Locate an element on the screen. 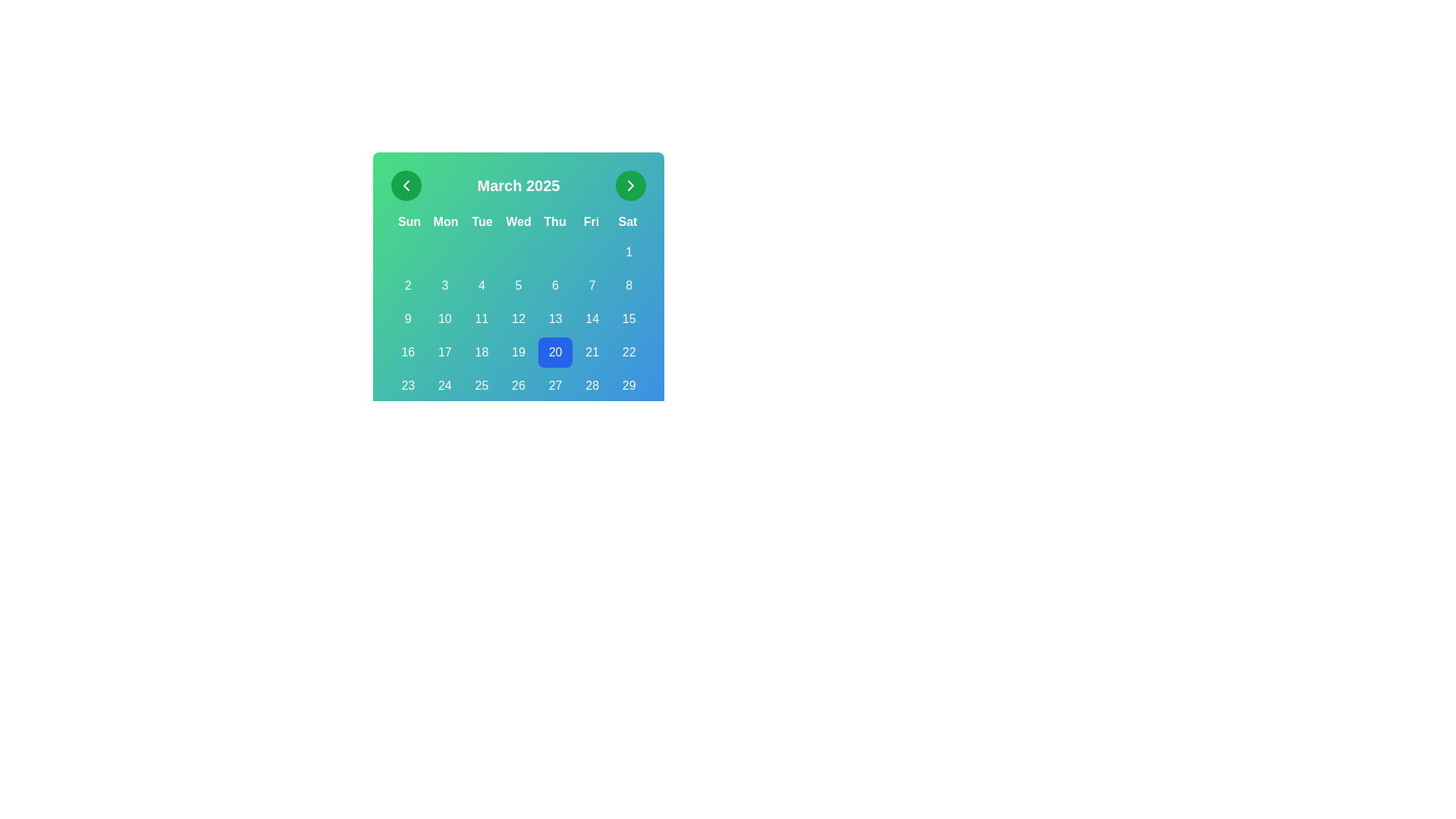 This screenshot has width=1456, height=819. on the button-like interactive calendar day cell representing the 15th day is located at coordinates (629, 318).